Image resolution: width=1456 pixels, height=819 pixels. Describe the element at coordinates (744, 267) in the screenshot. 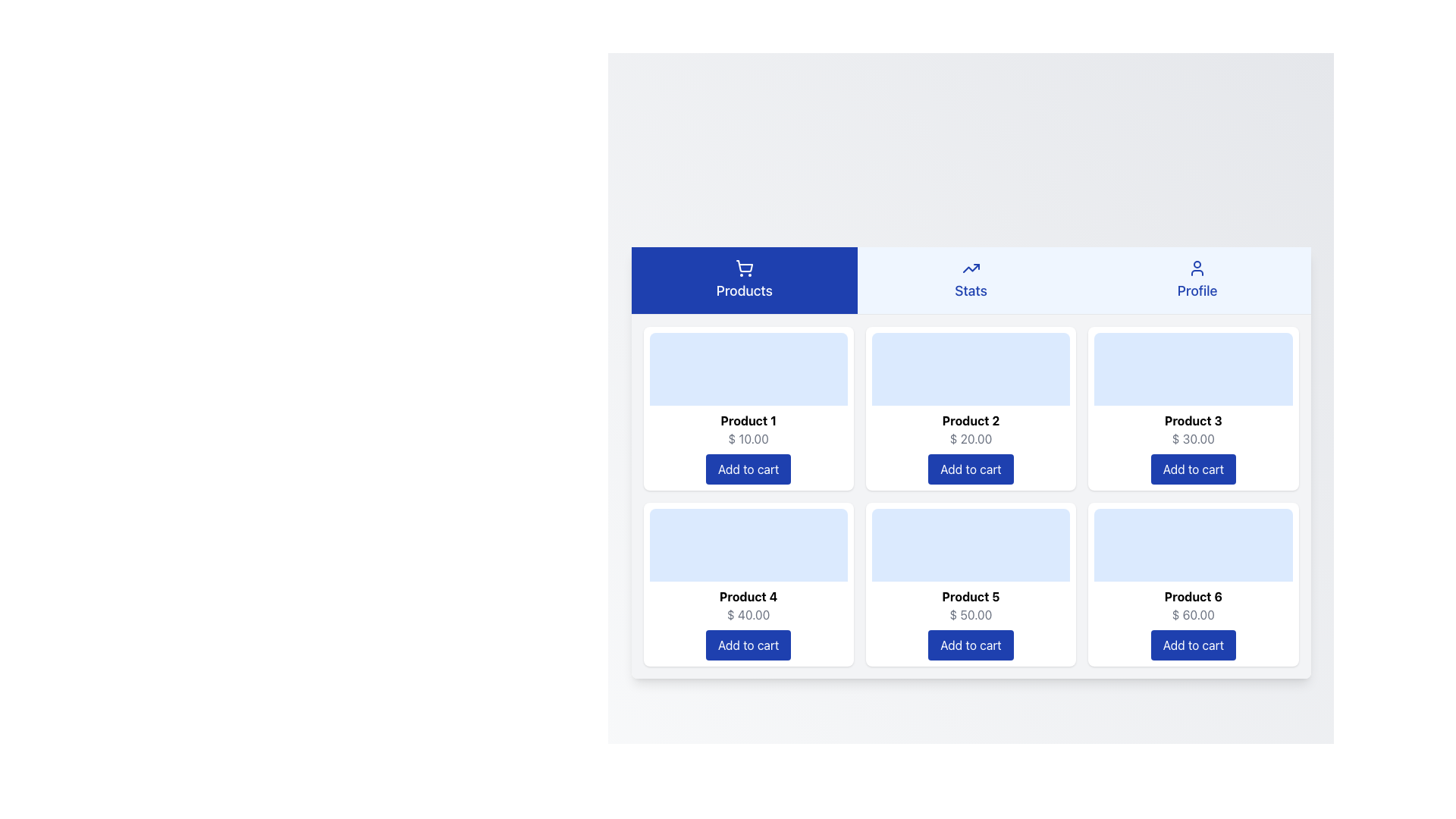

I see `the shopping cart icon located in the top navigation bar, specifically in the leftmost section labeled 'Products.'` at that location.